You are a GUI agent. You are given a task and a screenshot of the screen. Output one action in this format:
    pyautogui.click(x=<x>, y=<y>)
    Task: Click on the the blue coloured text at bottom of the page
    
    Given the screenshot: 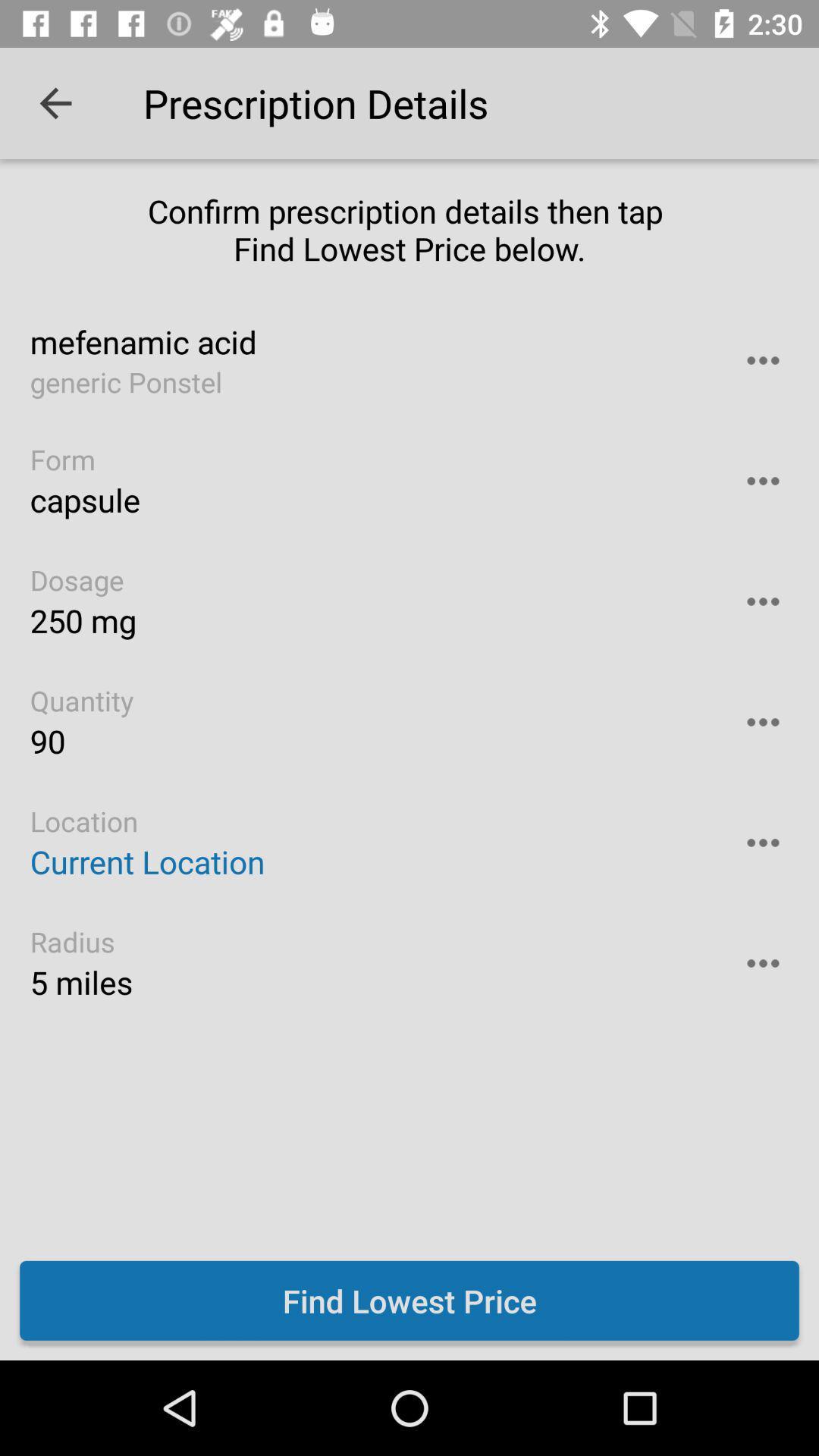 What is the action you would take?
    pyautogui.click(x=409, y=1300)
    